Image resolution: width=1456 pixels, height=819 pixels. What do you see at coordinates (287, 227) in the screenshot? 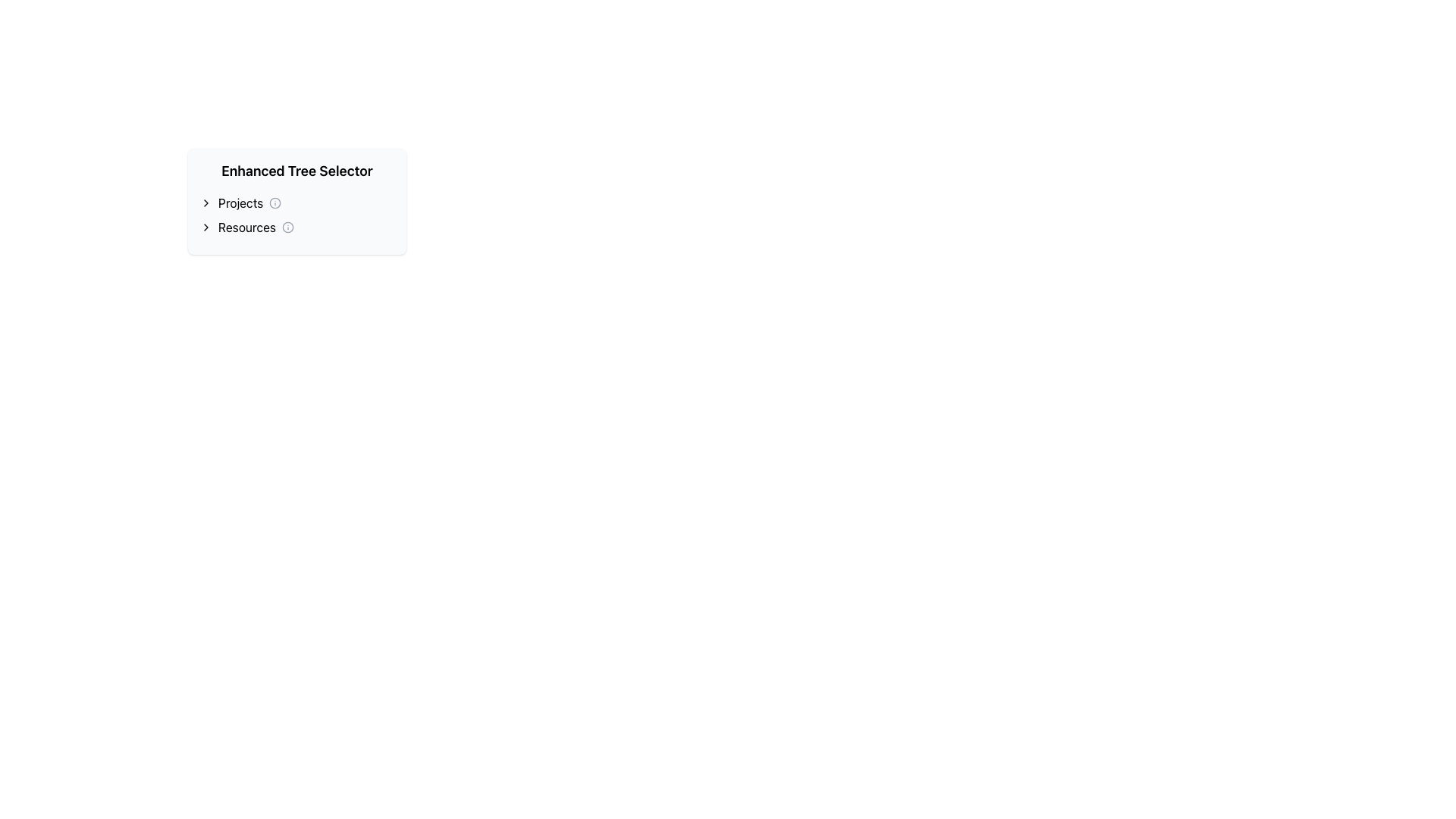
I see `the icon adjacent to the 'Resources' text` at bounding box center [287, 227].